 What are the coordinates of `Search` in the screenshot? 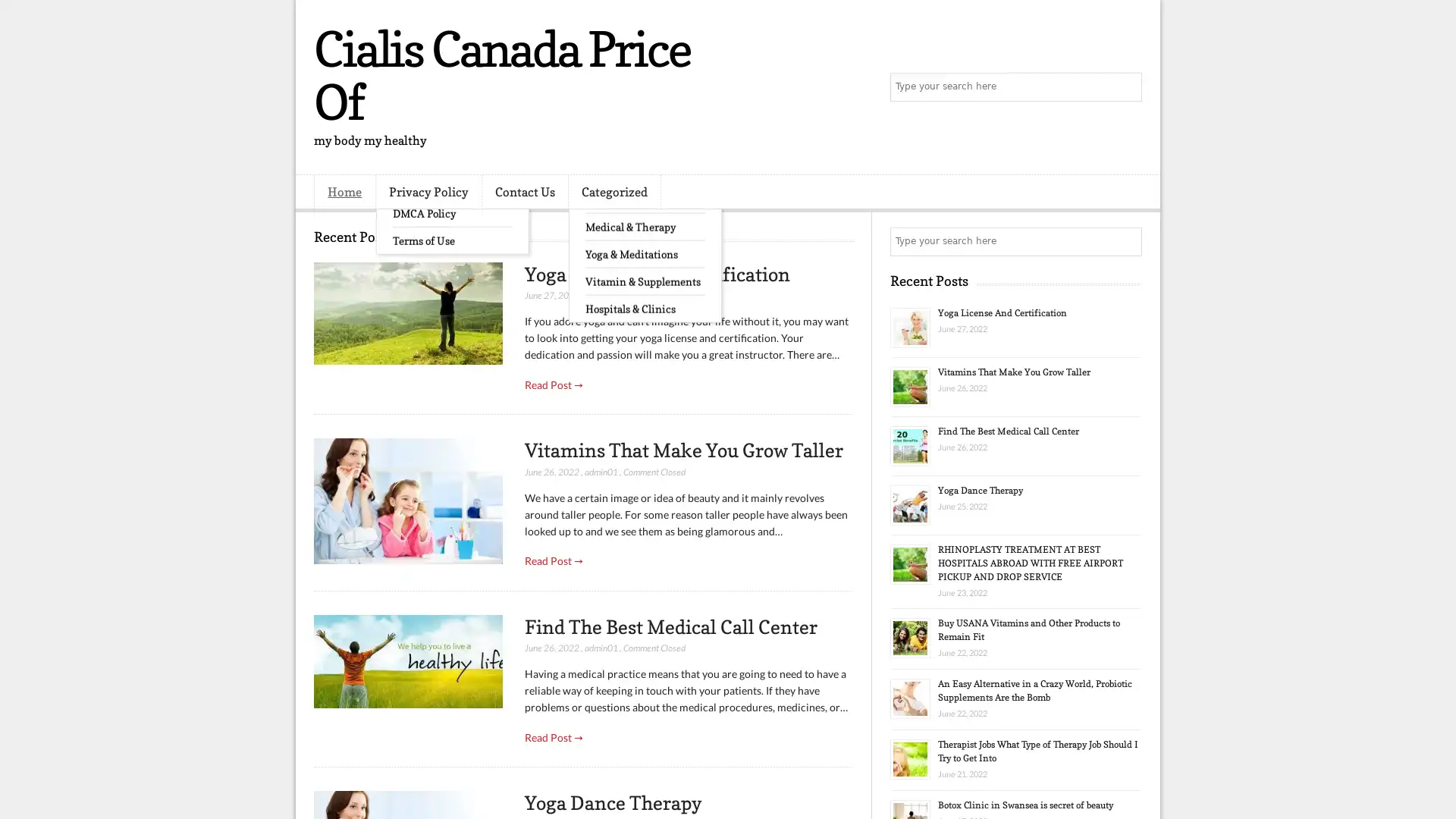 It's located at (1126, 241).